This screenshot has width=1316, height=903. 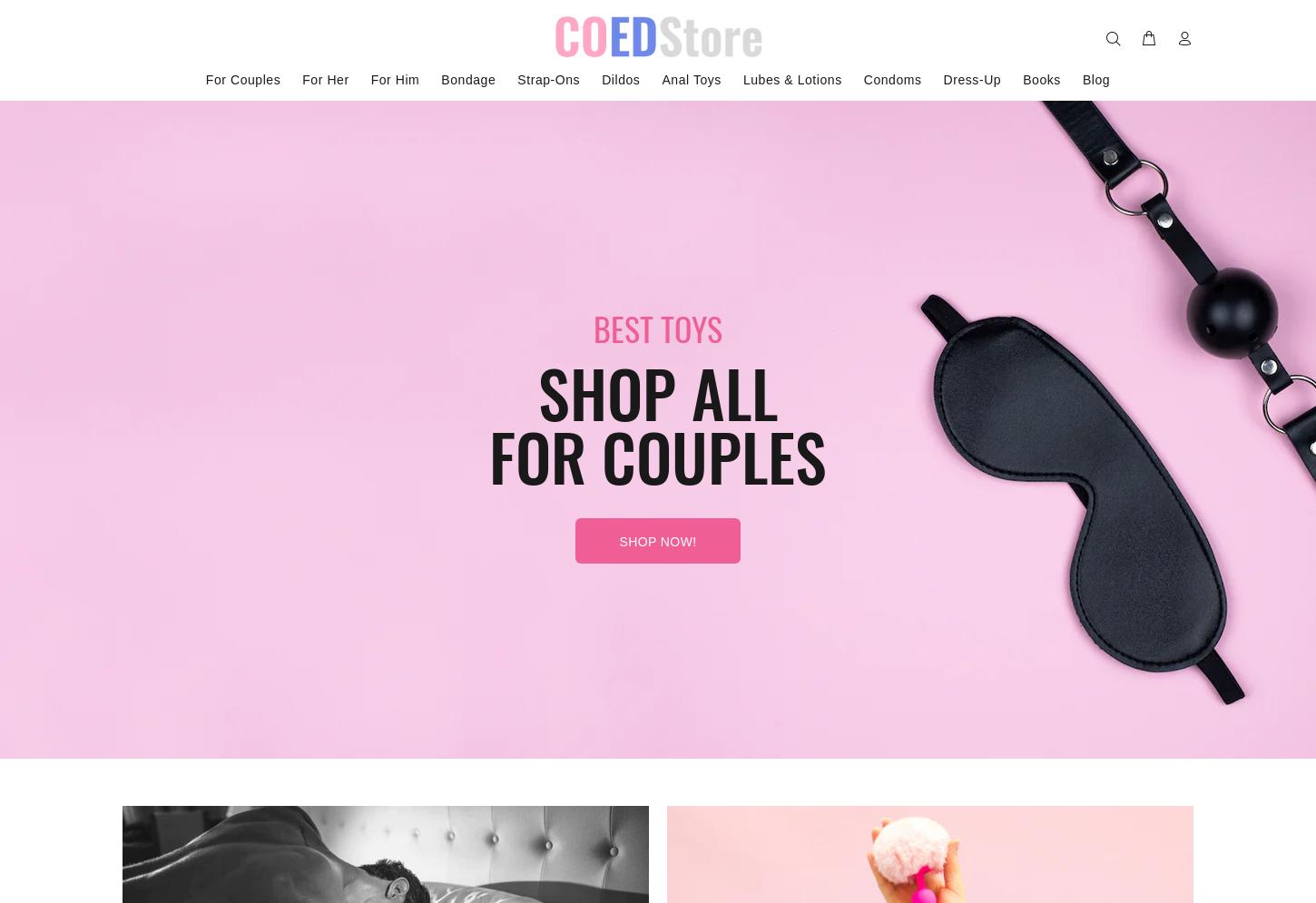 I want to click on 'Dress-Up', so click(x=943, y=79).